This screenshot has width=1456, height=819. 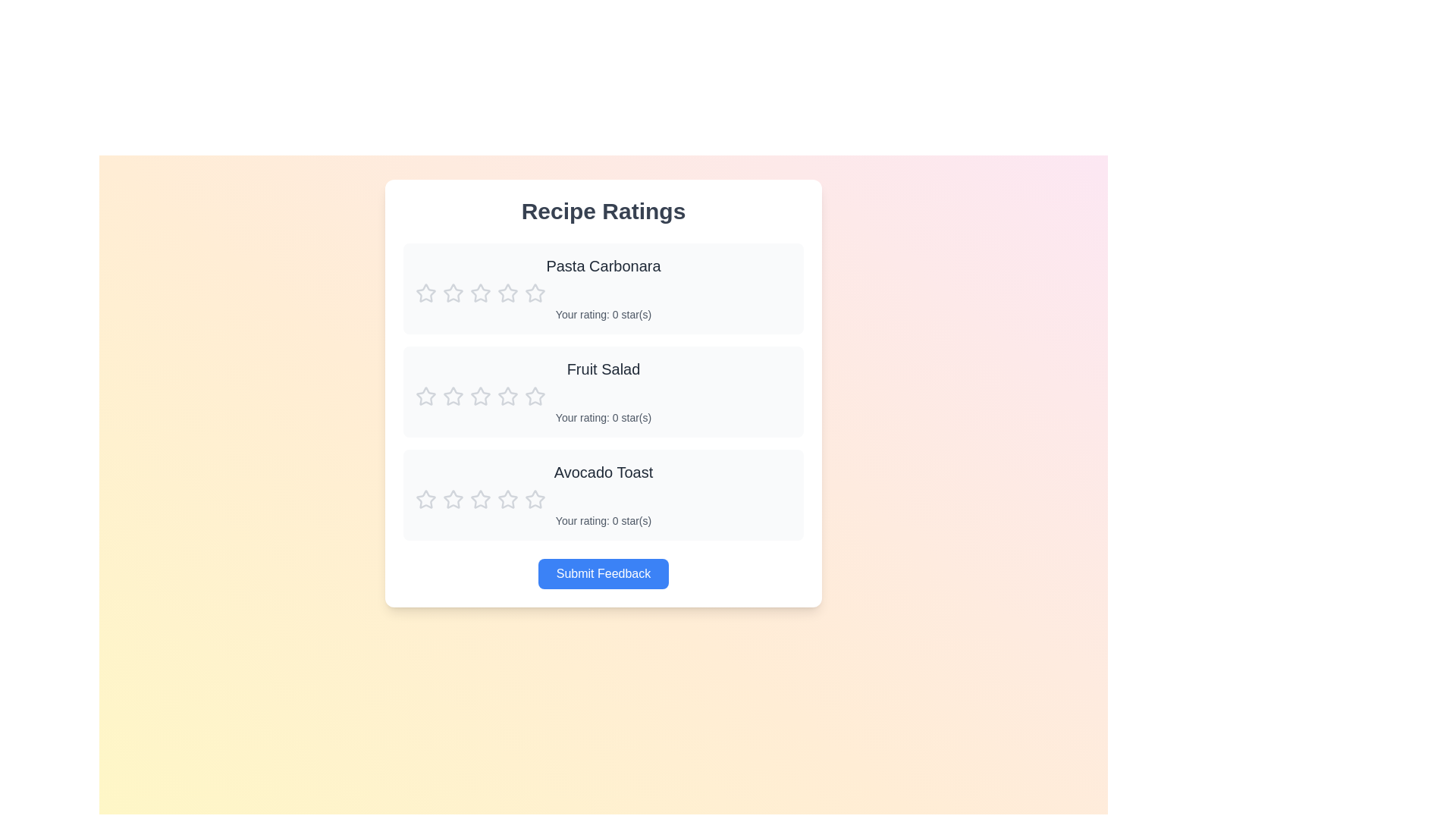 What do you see at coordinates (479, 395) in the screenshot?
I see `the second star in the horizontal row of five stars for the 'Fruit Salad' rating` at bounding box center [479, 395].